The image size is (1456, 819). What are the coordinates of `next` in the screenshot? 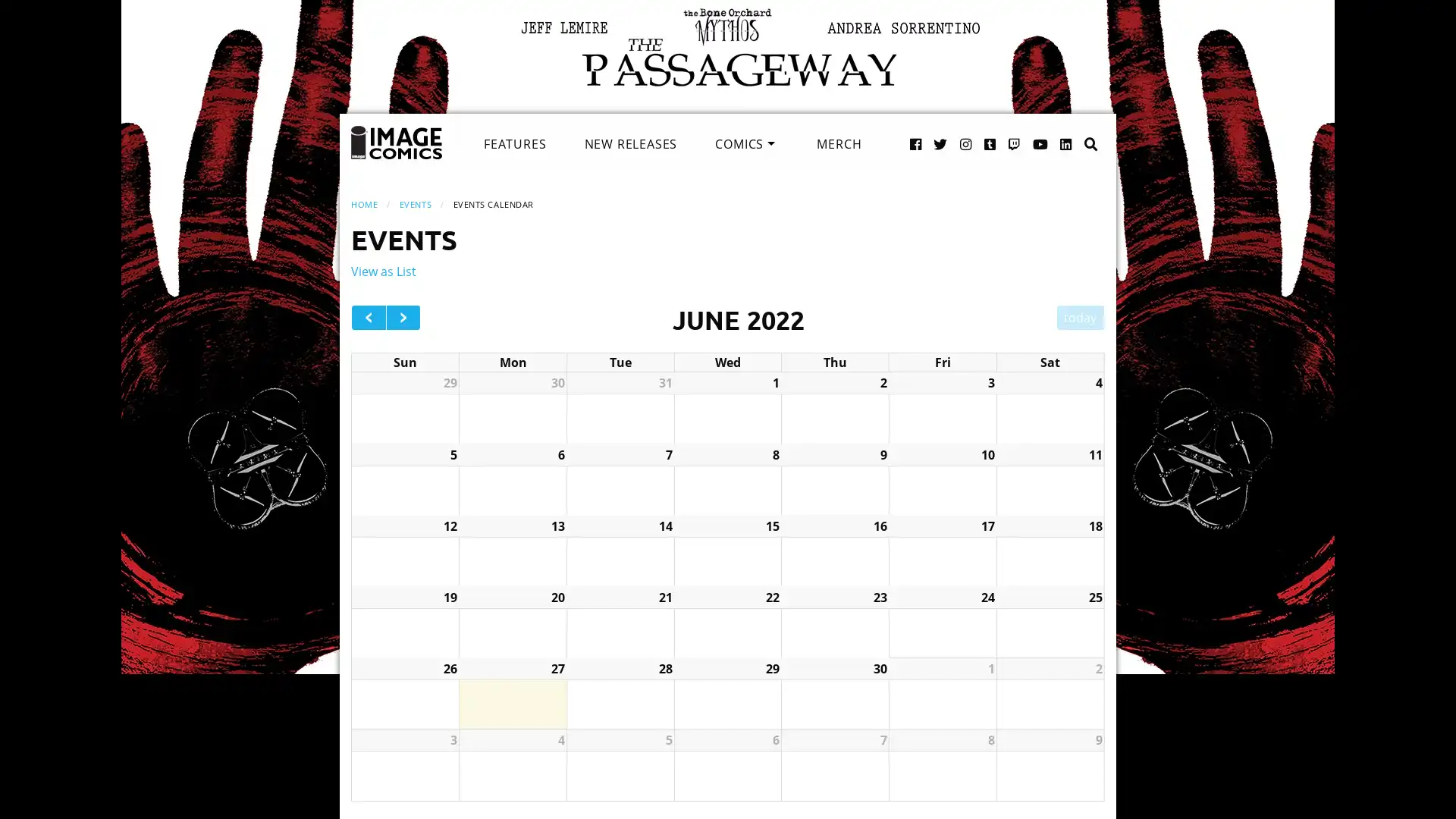 It's located at (403, 316).